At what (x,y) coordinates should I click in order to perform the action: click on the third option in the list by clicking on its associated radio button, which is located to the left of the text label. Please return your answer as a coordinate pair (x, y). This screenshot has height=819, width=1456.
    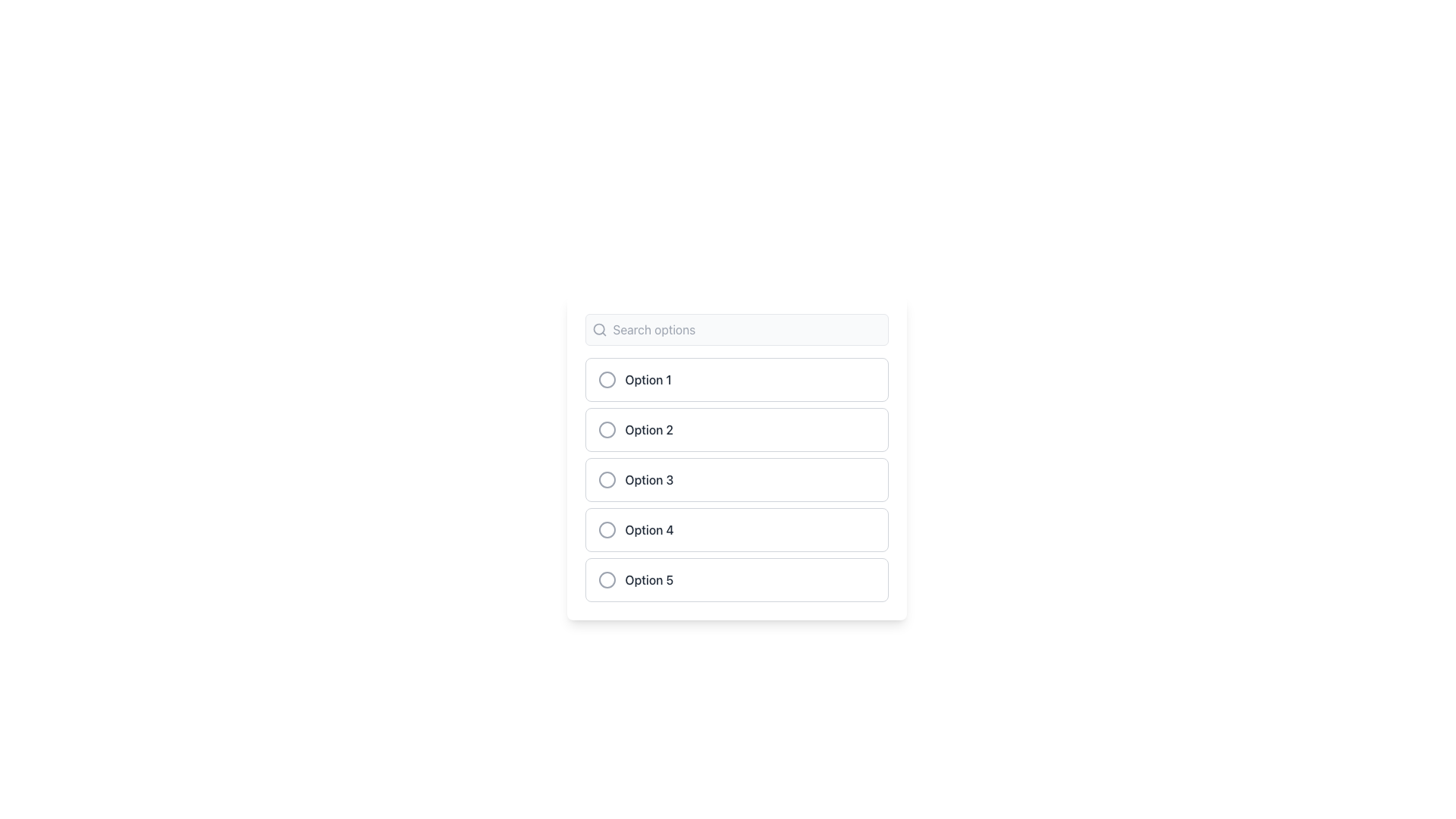
    Looking at the image, I should click on (626, 479).